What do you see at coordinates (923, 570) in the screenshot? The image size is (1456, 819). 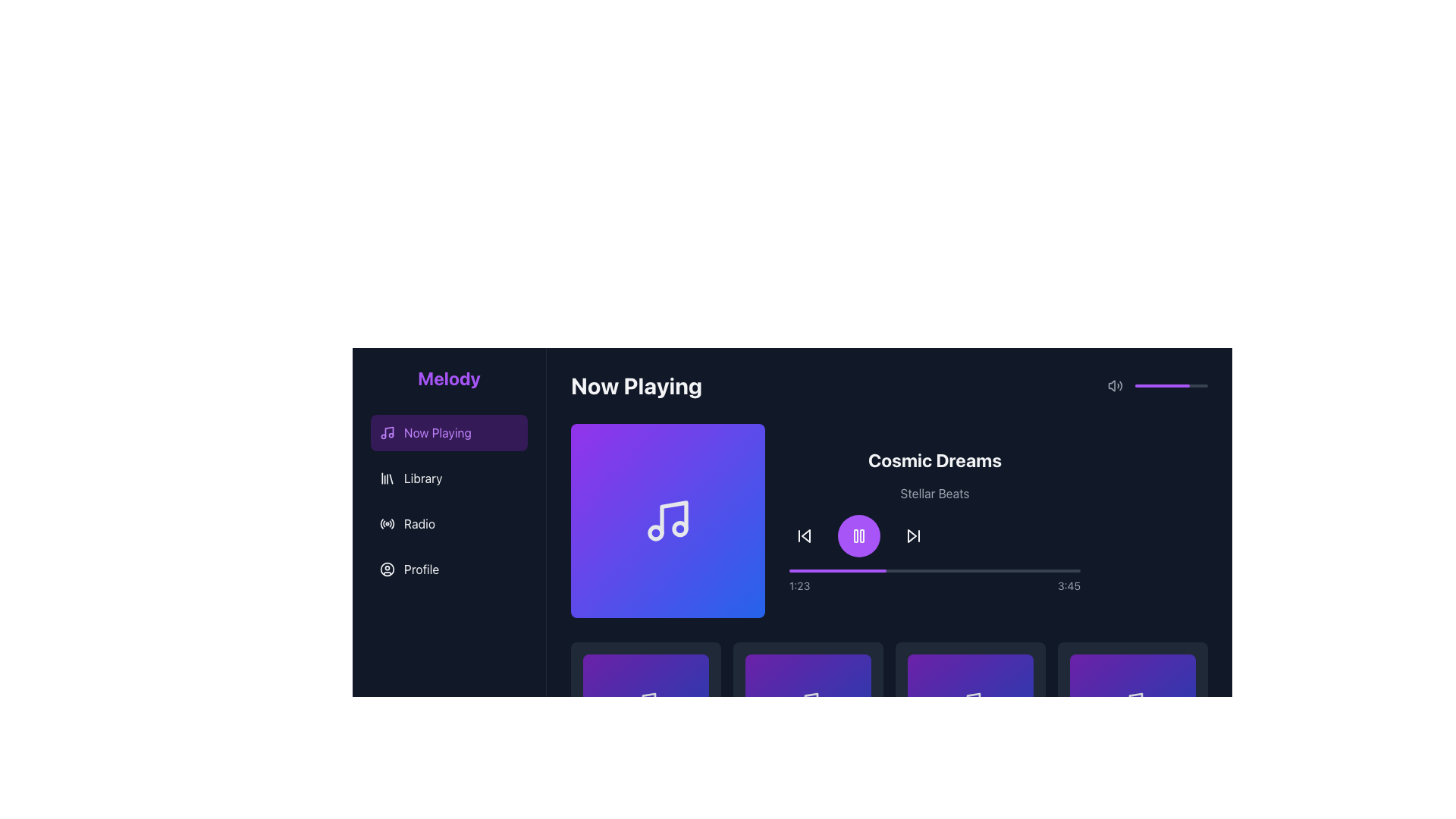 I see `media playback` at bounding box center [923, 570].